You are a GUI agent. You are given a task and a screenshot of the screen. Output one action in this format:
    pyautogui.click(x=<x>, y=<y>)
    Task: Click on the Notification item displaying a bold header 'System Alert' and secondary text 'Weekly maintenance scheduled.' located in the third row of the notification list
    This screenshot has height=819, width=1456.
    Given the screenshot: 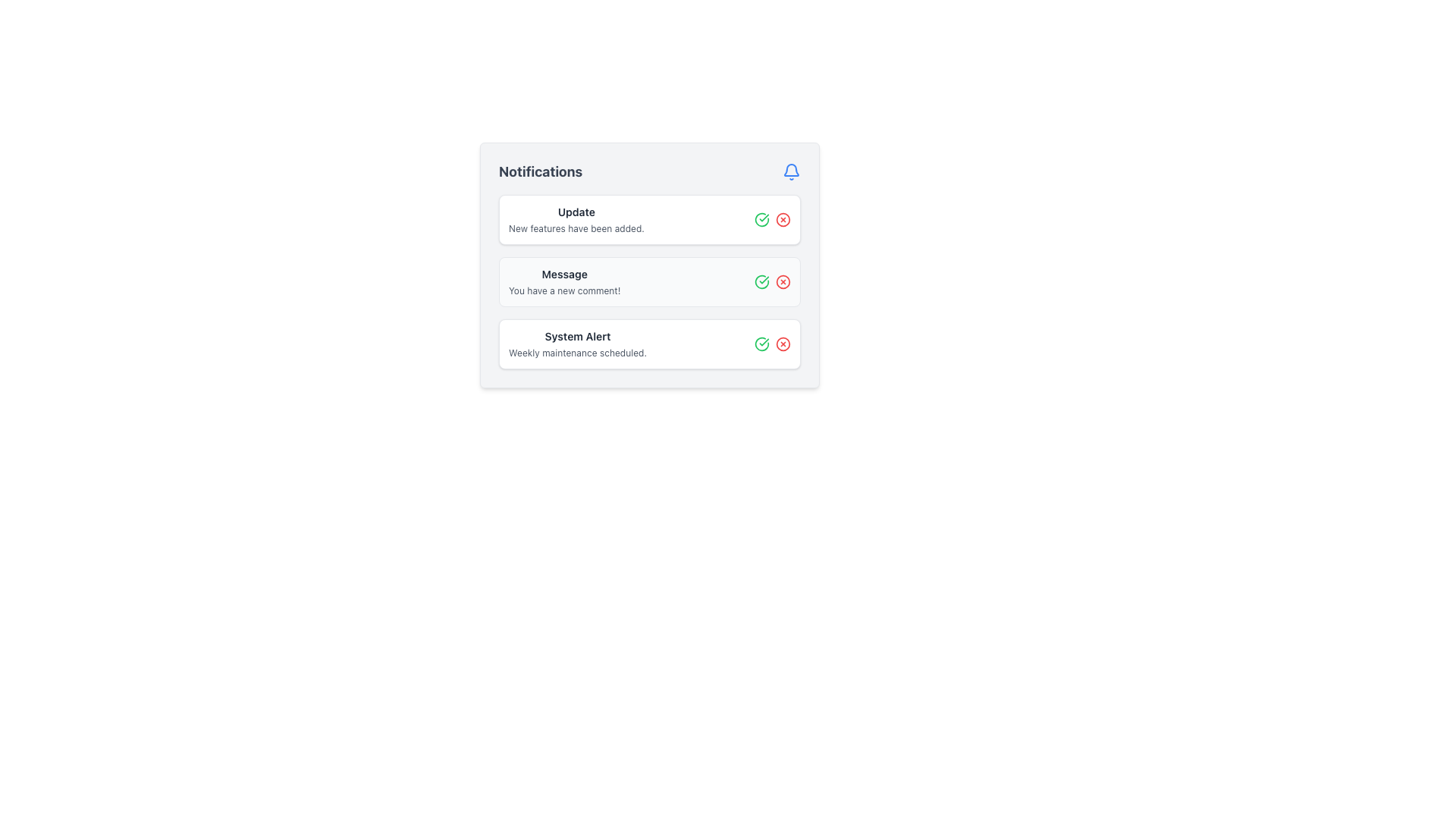 What is the action you would take?
    pyautogui.click(x=577, y=344)
    